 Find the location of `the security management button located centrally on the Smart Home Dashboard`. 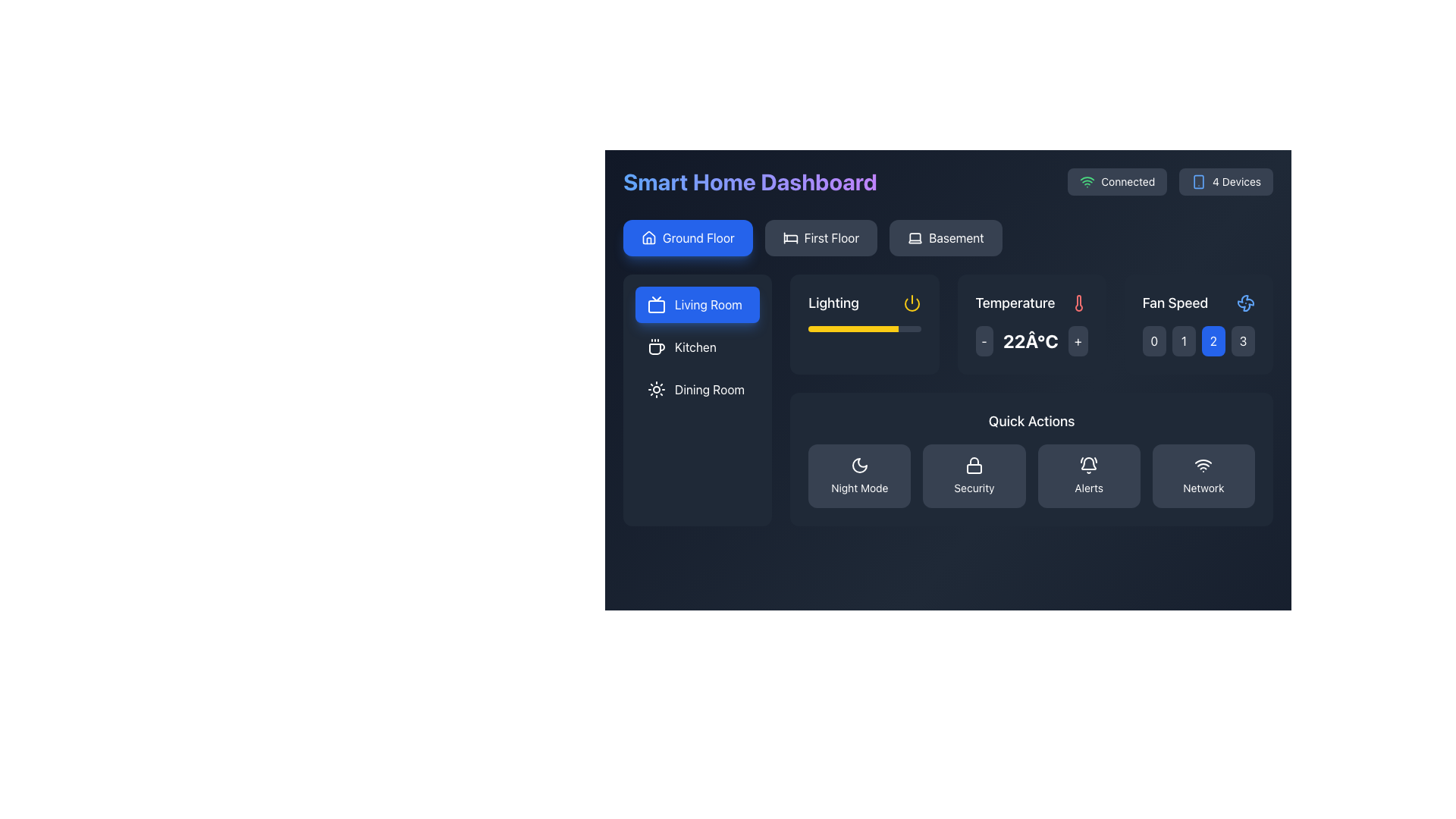

the security management button located centrally on the Smart Home Dashboard is located at coordinates (974, 475).